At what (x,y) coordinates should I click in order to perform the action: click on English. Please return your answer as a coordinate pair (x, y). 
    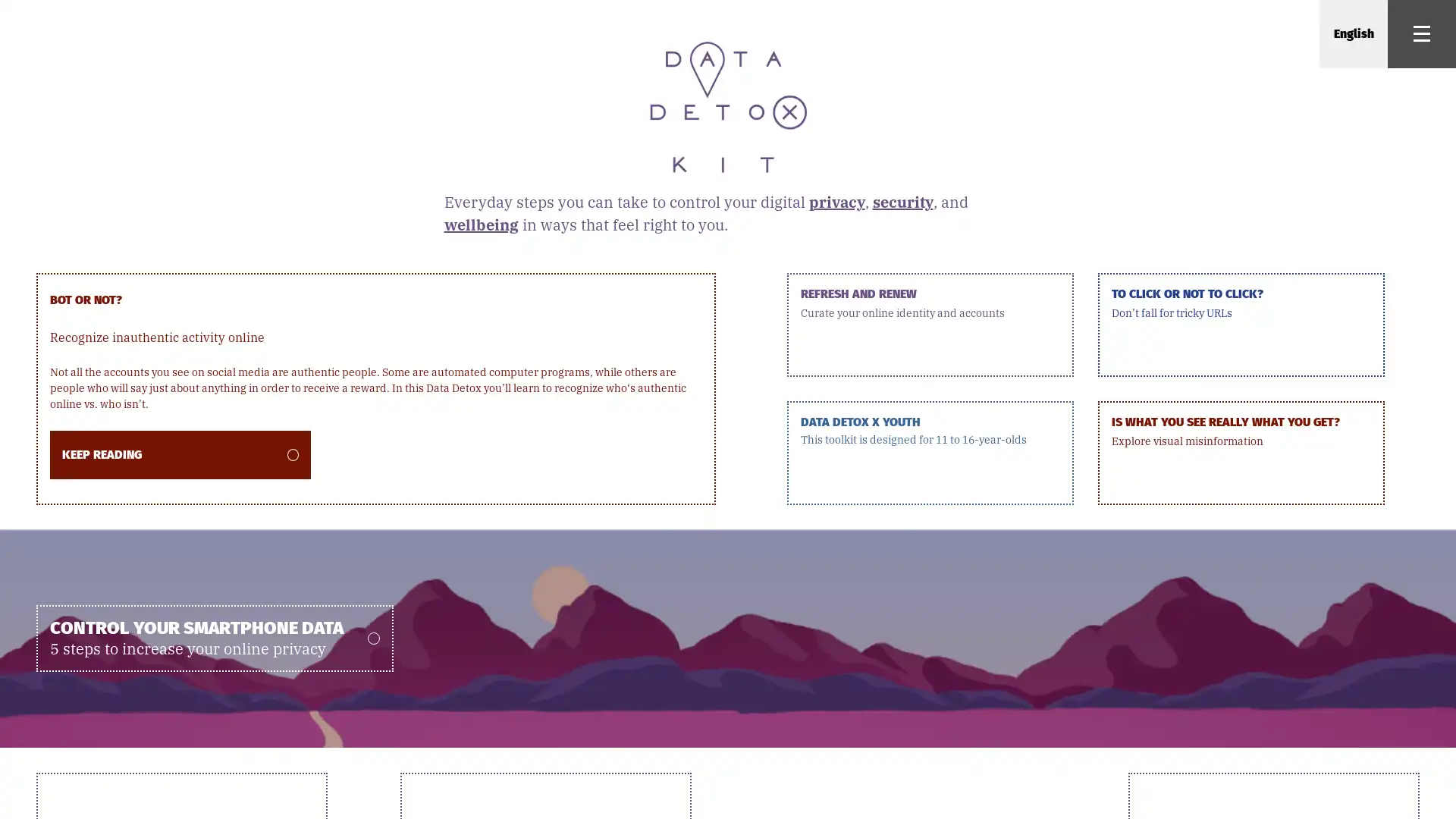
    Looking at the image, I should click on (1353, 34).